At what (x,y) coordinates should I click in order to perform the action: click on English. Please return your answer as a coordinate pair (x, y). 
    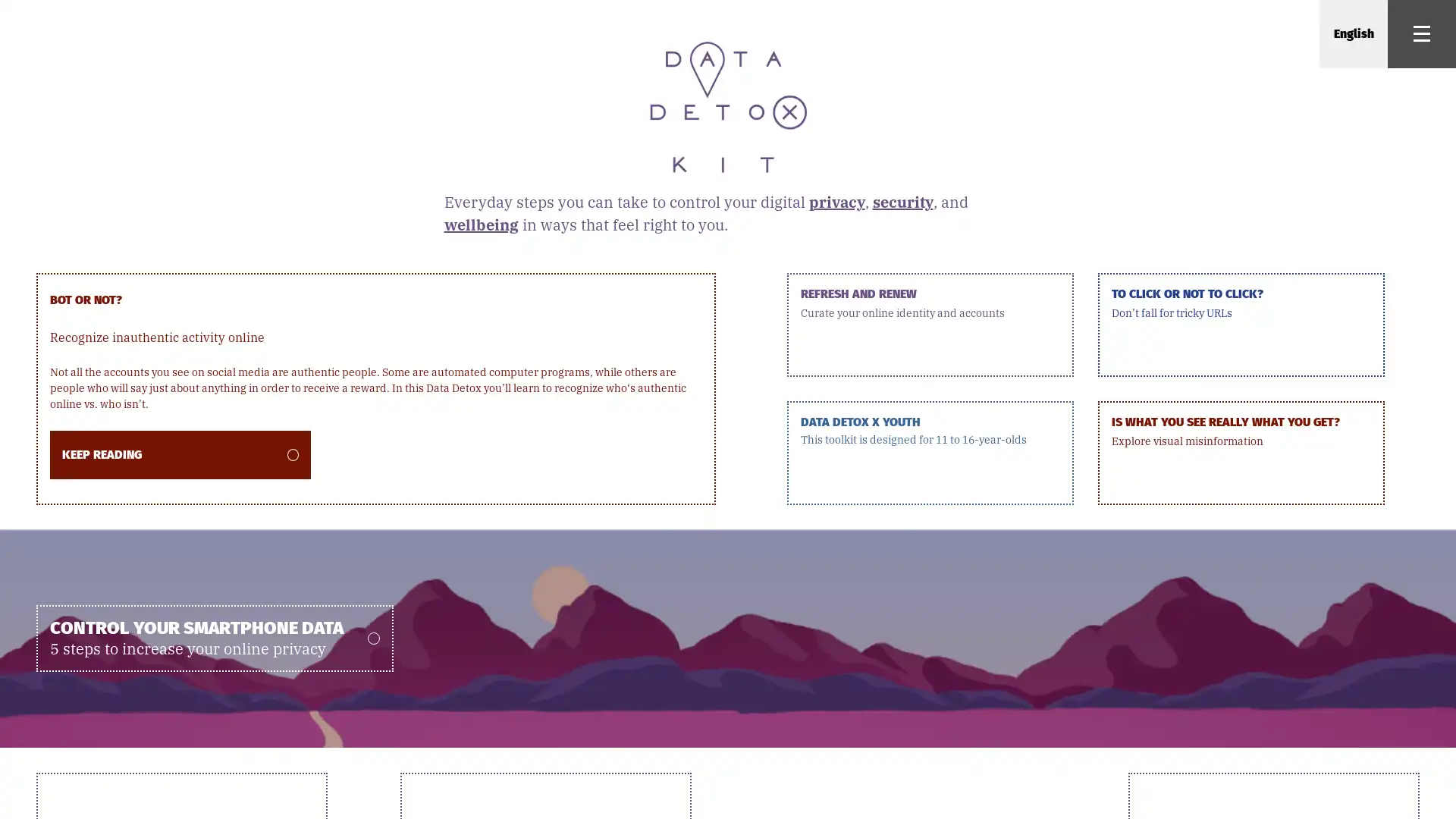
    Looking at the image, I should click on (1353, 34).